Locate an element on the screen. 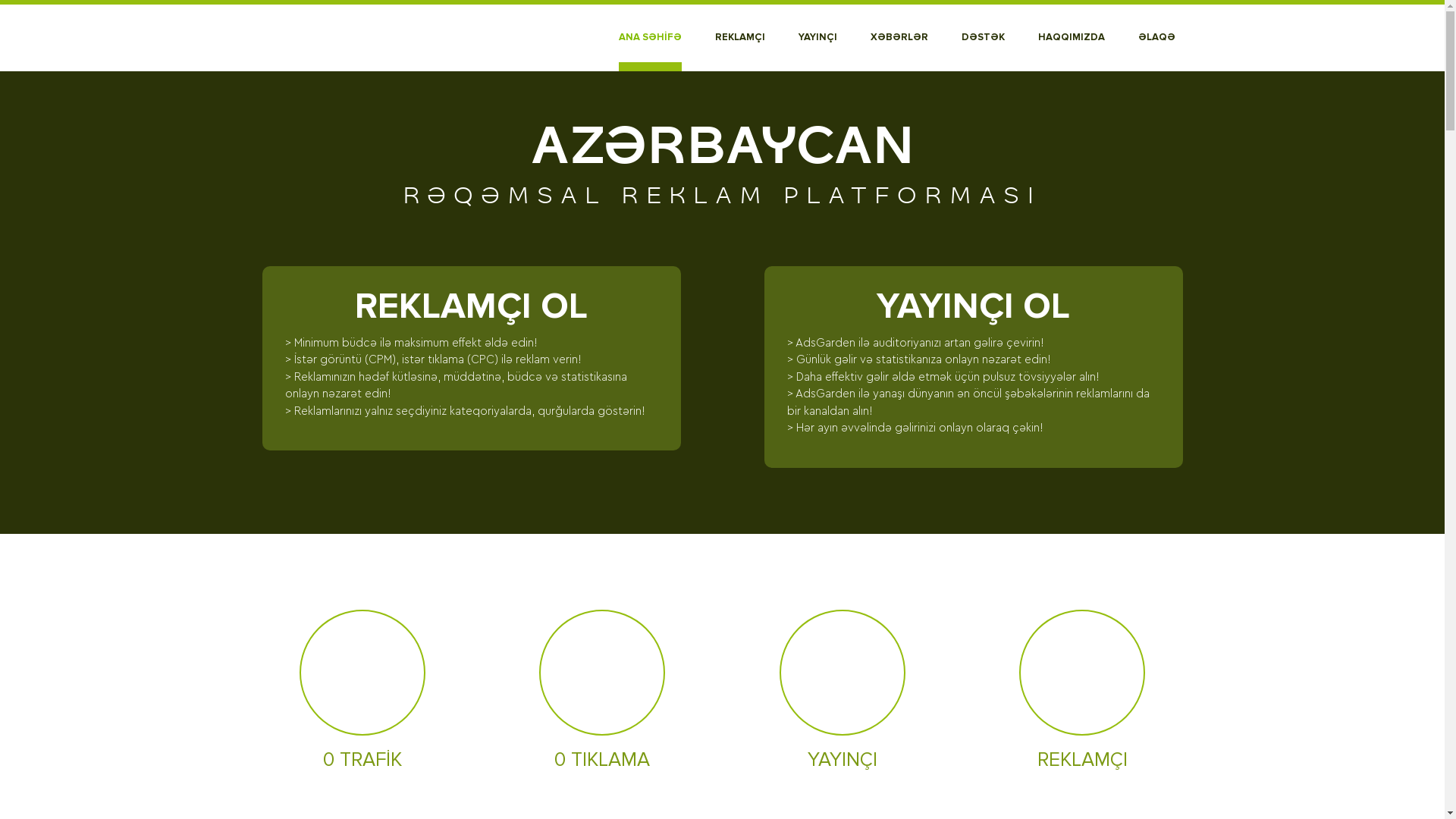 This screenshot has height=819, width=1456. 'HAQQIMIZDA' is located at coordinates (1069, 37).